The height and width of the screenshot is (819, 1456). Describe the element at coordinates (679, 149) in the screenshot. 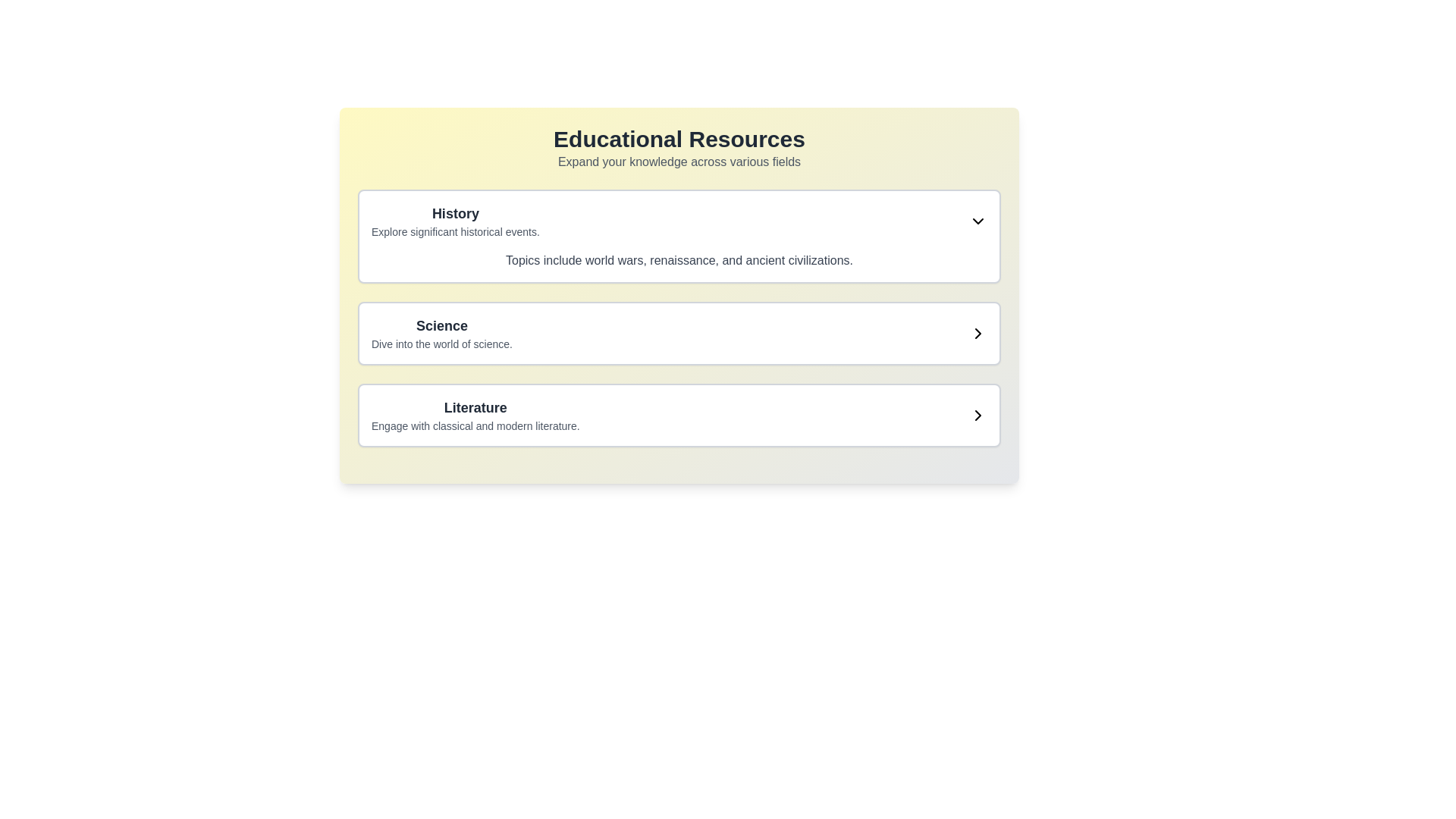

I see `the Header with subtitle (Text block) that contains the bolded text 'Educational Resources' and the subtitle 'Expand your knowledge across various fields'` at that location.